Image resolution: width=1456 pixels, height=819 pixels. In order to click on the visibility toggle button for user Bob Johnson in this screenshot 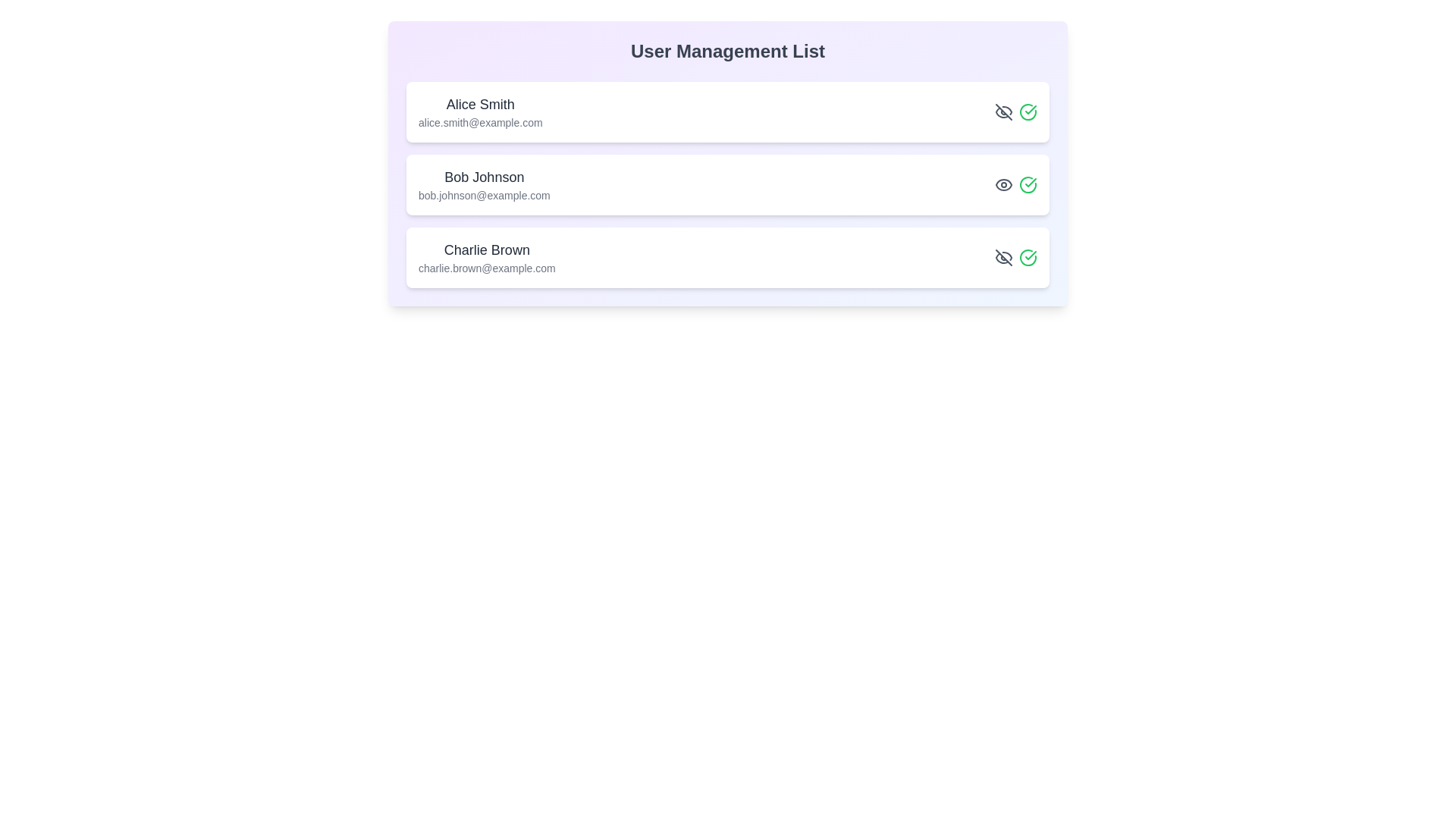, I will do `click(1004, 184)`.